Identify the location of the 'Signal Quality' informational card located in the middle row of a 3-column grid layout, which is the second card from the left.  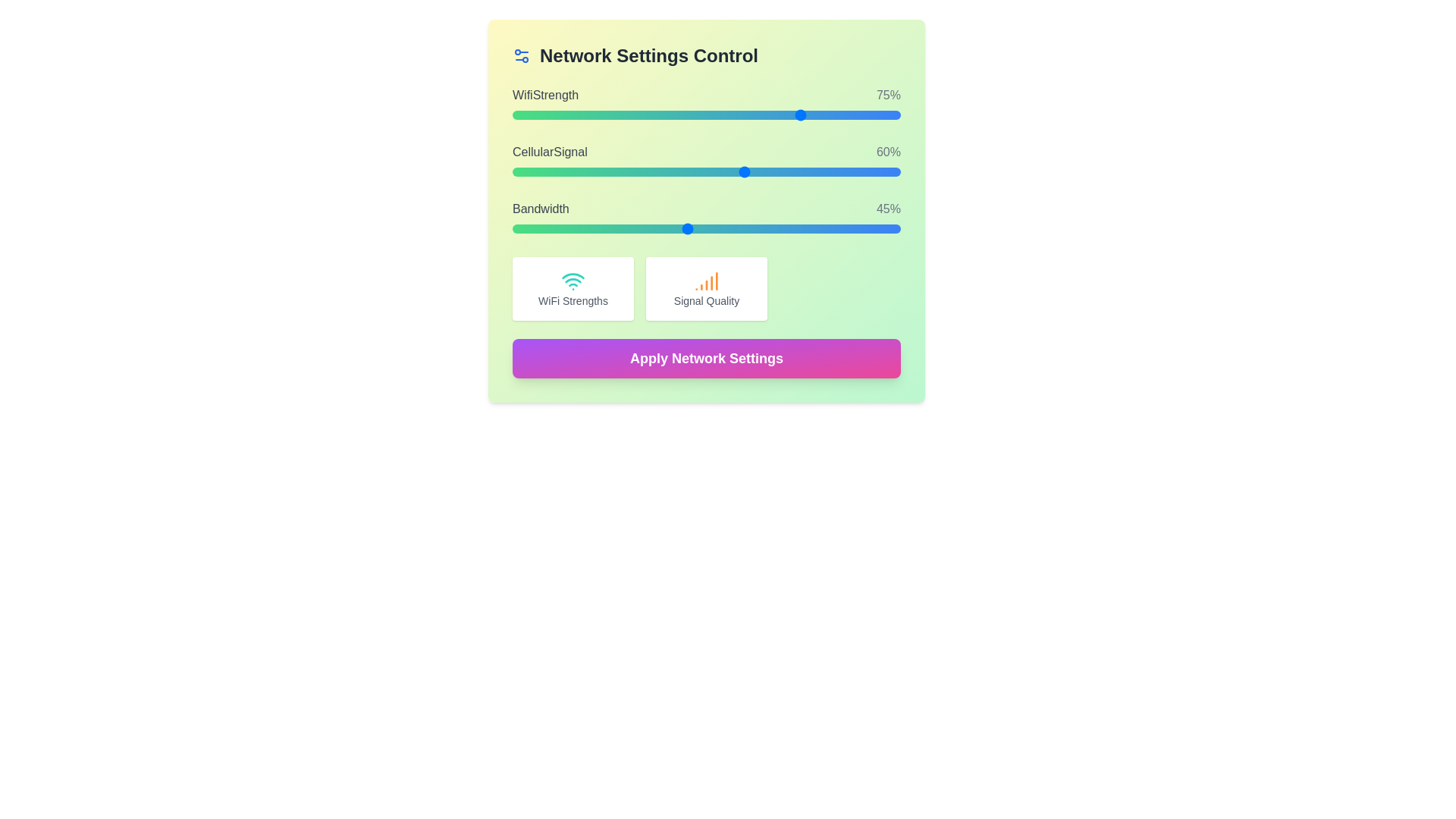
(705, 289).